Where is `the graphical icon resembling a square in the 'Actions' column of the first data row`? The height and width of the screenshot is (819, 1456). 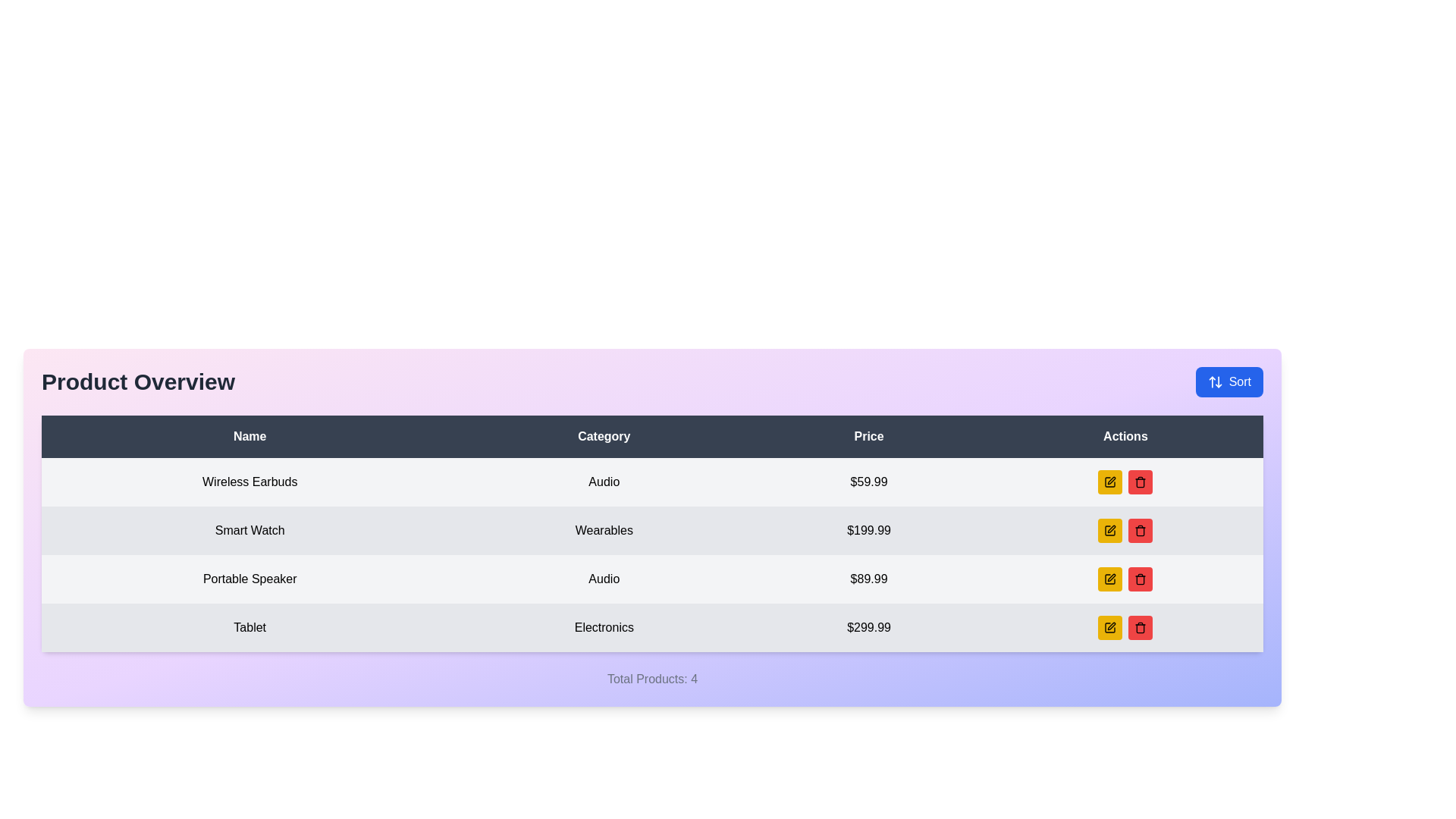
the graphical icon resembling a square in the 'Actions' column of the first data row is located at coordinates (1110, 482).